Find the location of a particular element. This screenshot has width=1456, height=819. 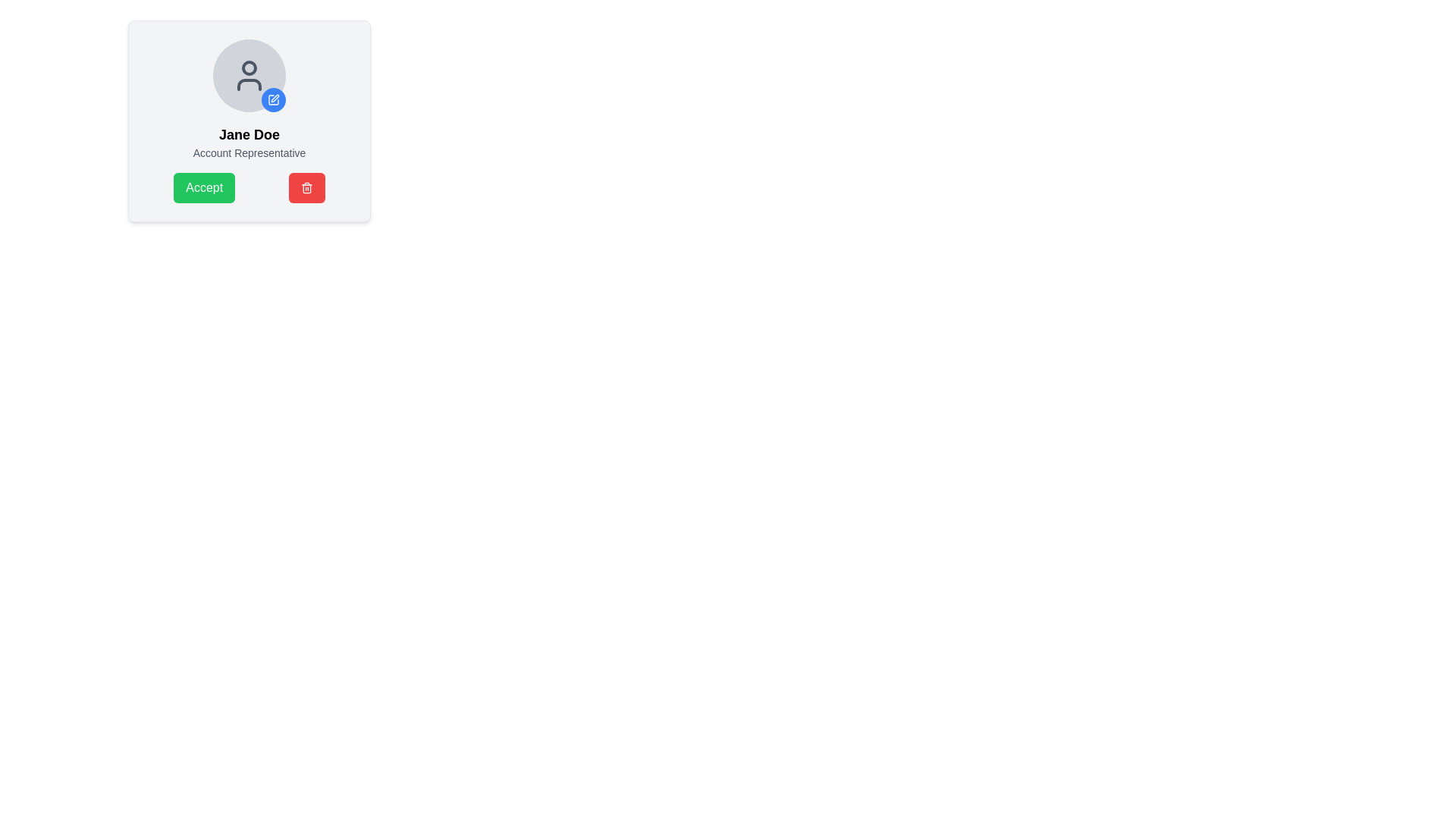

the user icon, which is a minimalistic line-drawn representation of a user with a circular head and semicircular body, located at the top of the profile card for 'Jane Doe' is located at coordinates (249, 76).